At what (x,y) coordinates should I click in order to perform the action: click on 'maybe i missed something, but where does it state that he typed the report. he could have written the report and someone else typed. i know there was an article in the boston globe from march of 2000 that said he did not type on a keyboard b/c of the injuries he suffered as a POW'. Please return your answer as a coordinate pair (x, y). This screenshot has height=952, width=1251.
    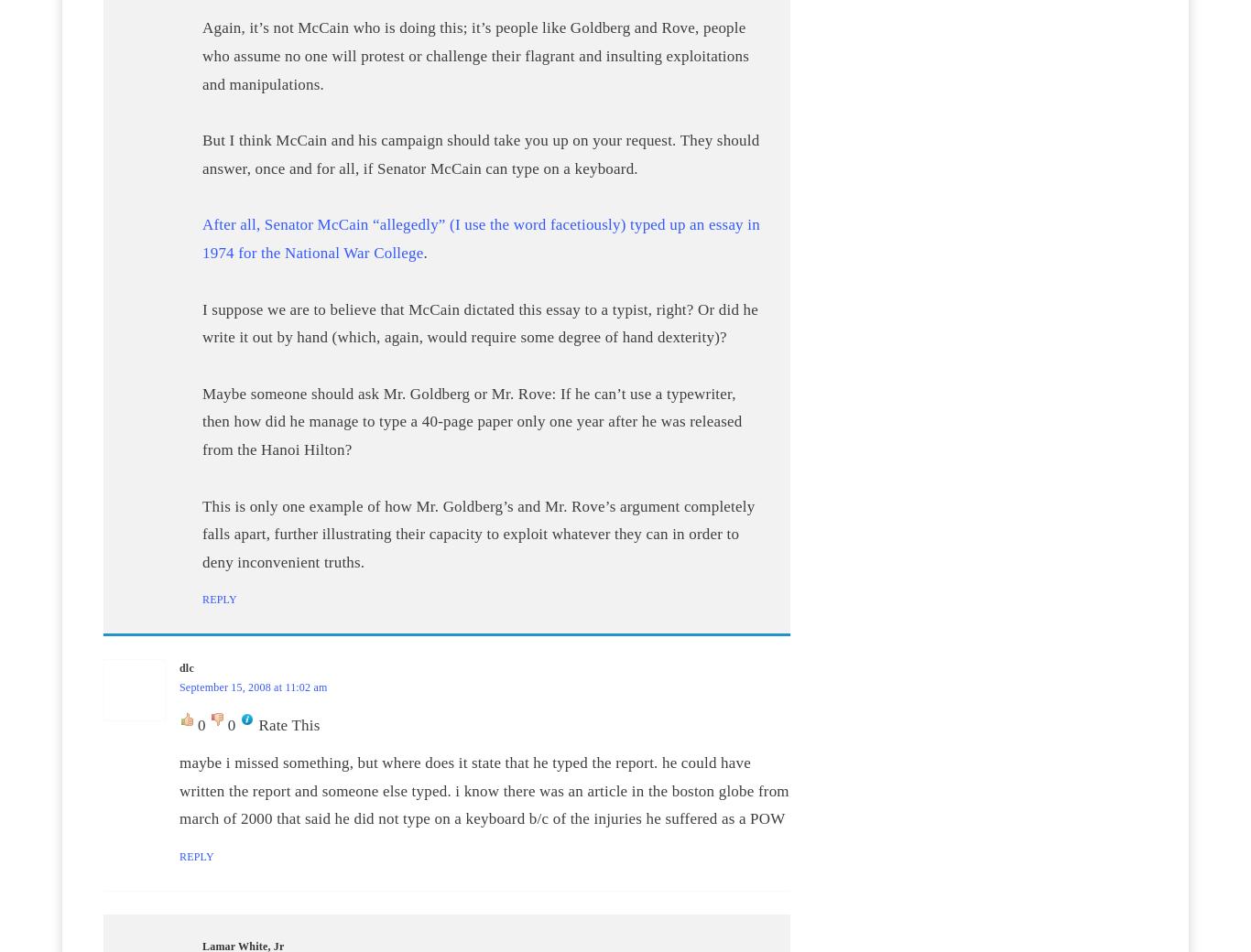
    Looking at the image, I should click on (179, 790).